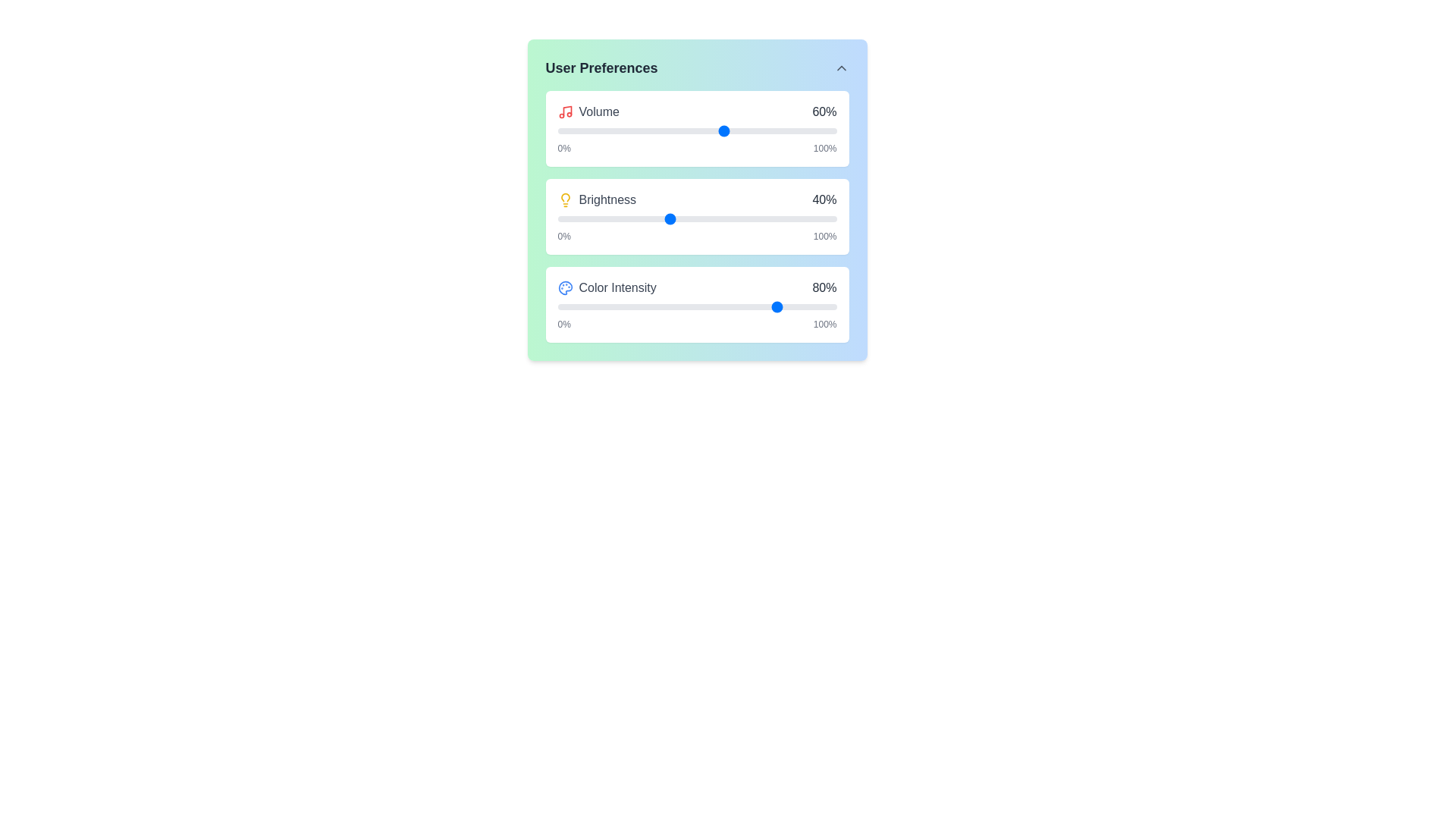 This screenshot has height=819, width=1456. What do you see at coordinates (601, 67) in the screenshot?
I see `the non-interactive header or title for the preferences section located at the top left of the settings panel` at bounding box center [601, 67].